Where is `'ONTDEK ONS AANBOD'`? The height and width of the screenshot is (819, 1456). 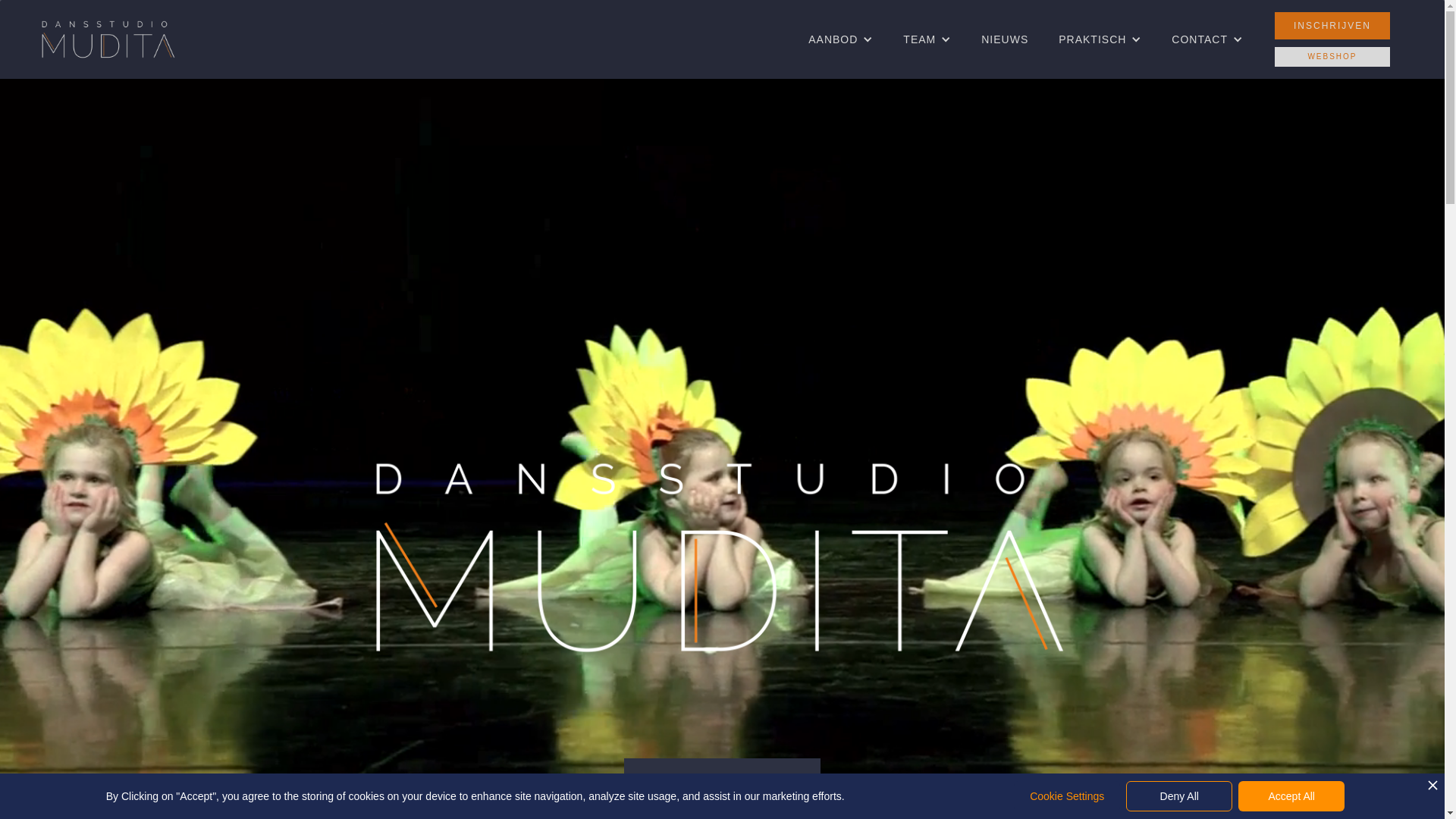 'ONTDEK ONS AANBOD' is located at coordinates (721, 780).